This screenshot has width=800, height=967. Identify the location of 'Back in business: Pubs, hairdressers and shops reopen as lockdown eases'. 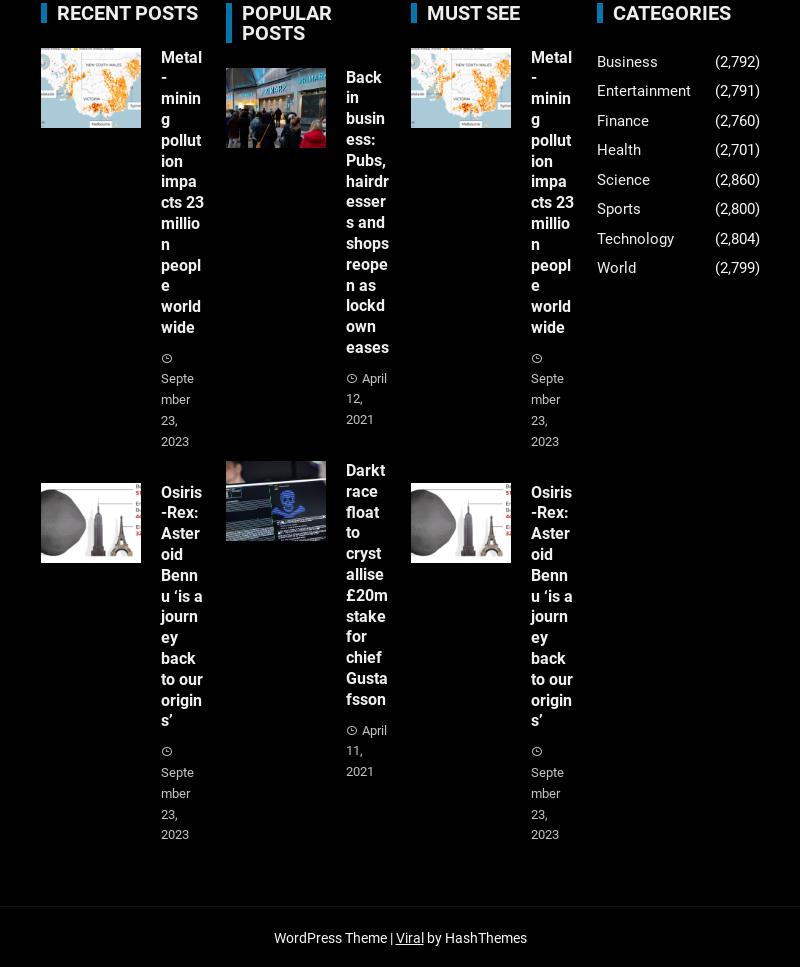
(367, 210).